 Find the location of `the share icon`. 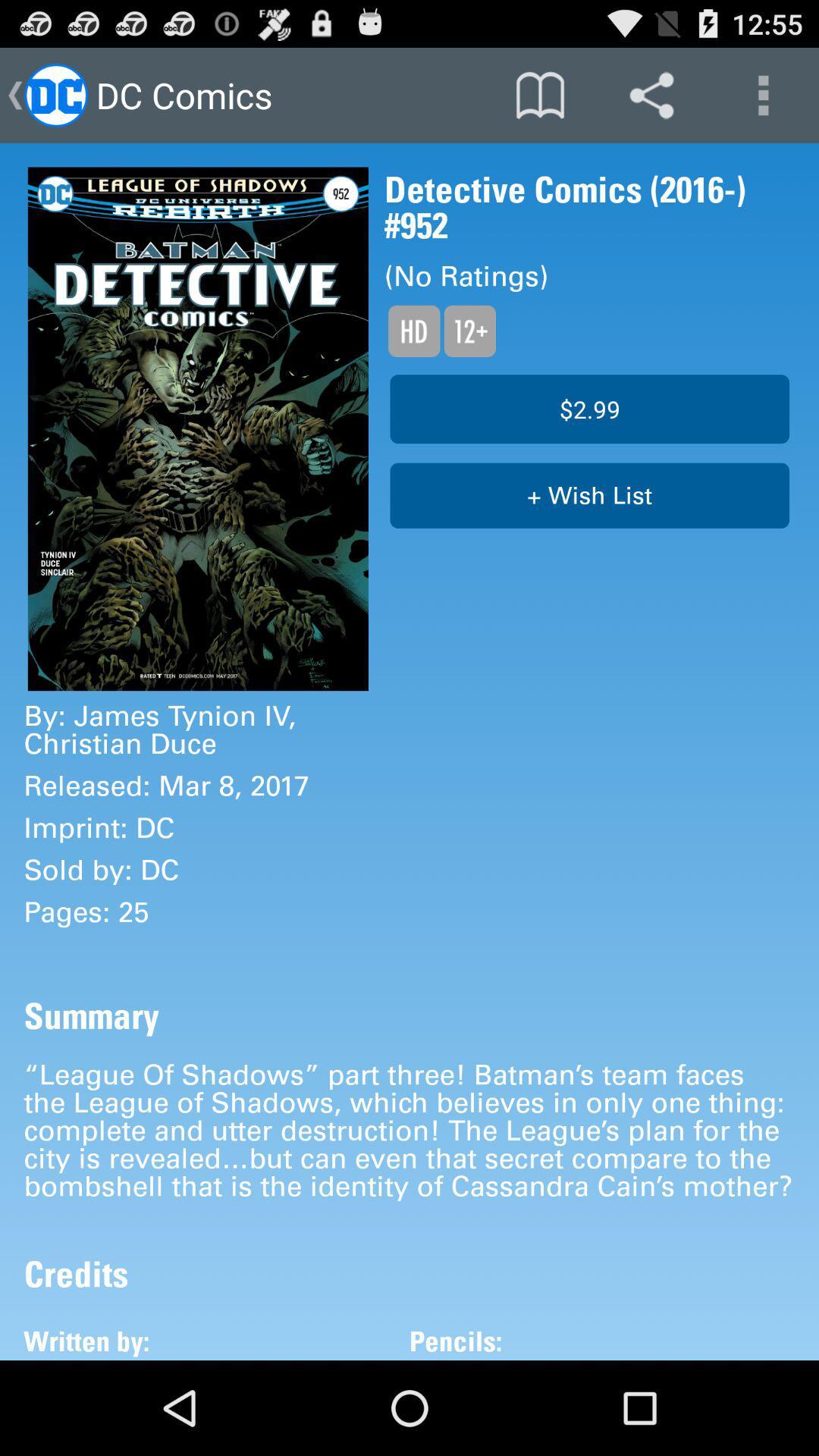

the share icon is located at coordinates (651, 94).